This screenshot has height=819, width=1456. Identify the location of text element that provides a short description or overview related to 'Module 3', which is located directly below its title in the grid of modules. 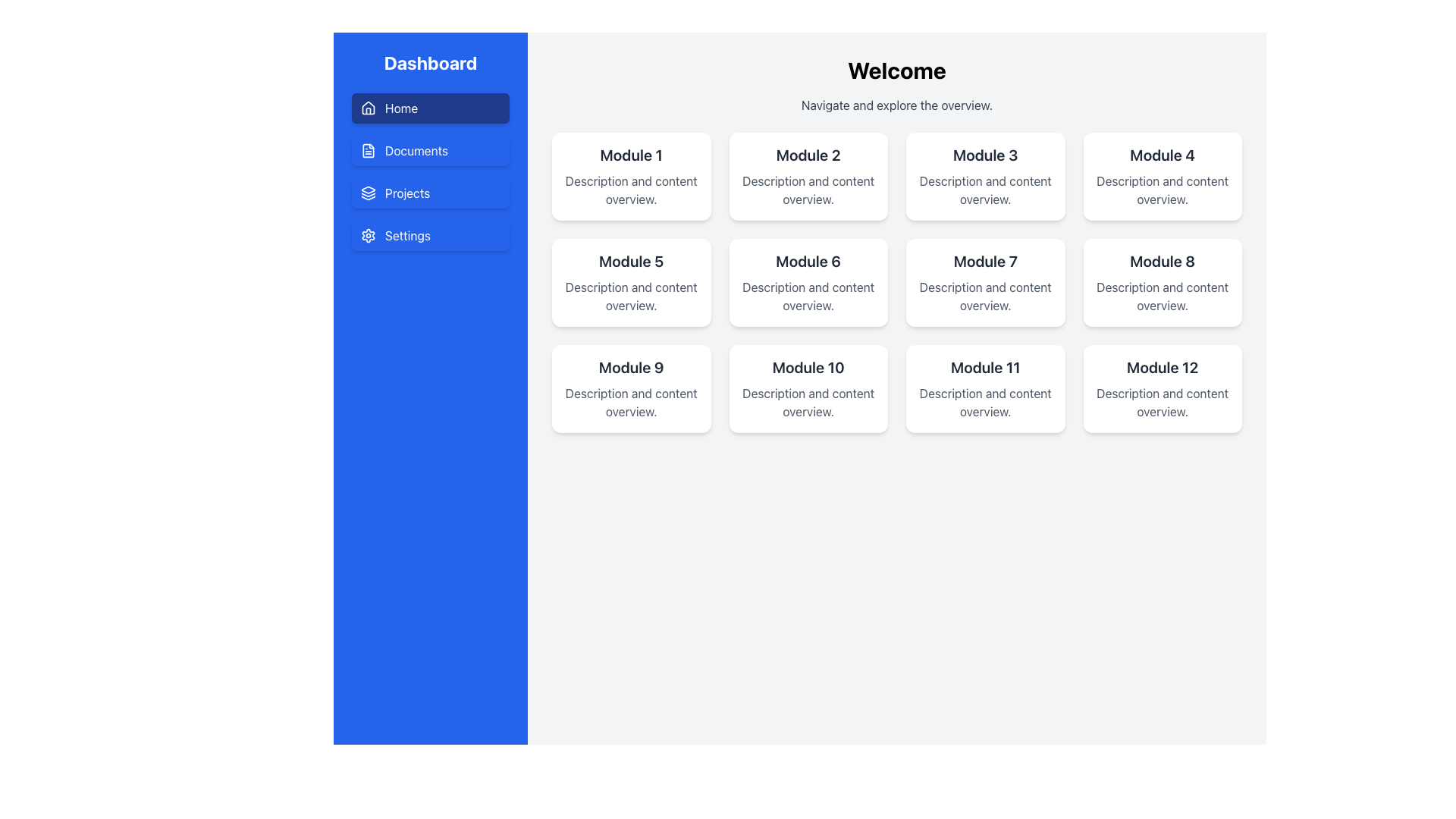
(985, 189).